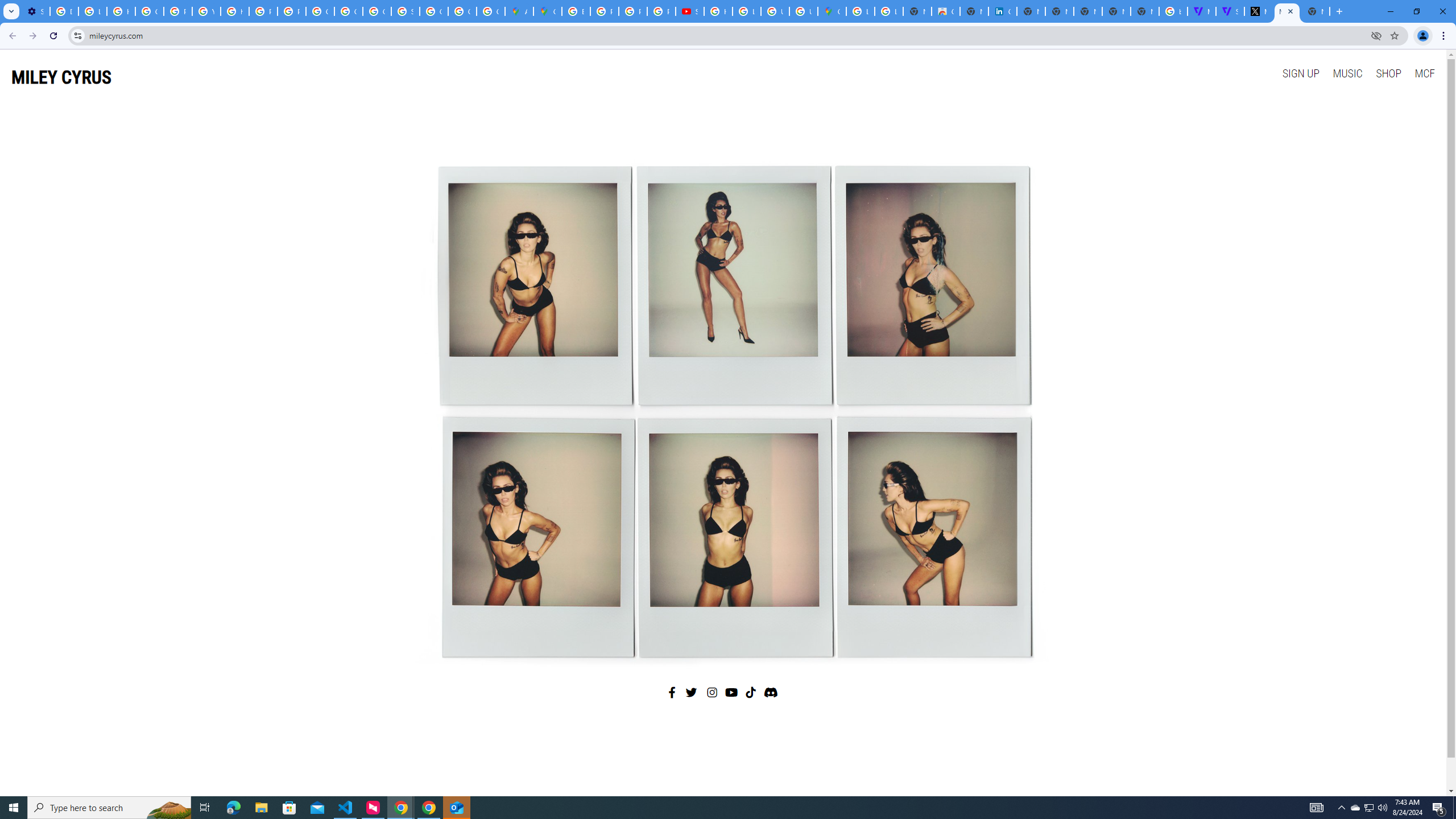 The width and height of the screenshot is (1456, 819). I want to click on 'MUSIC', so click(1347, 72).